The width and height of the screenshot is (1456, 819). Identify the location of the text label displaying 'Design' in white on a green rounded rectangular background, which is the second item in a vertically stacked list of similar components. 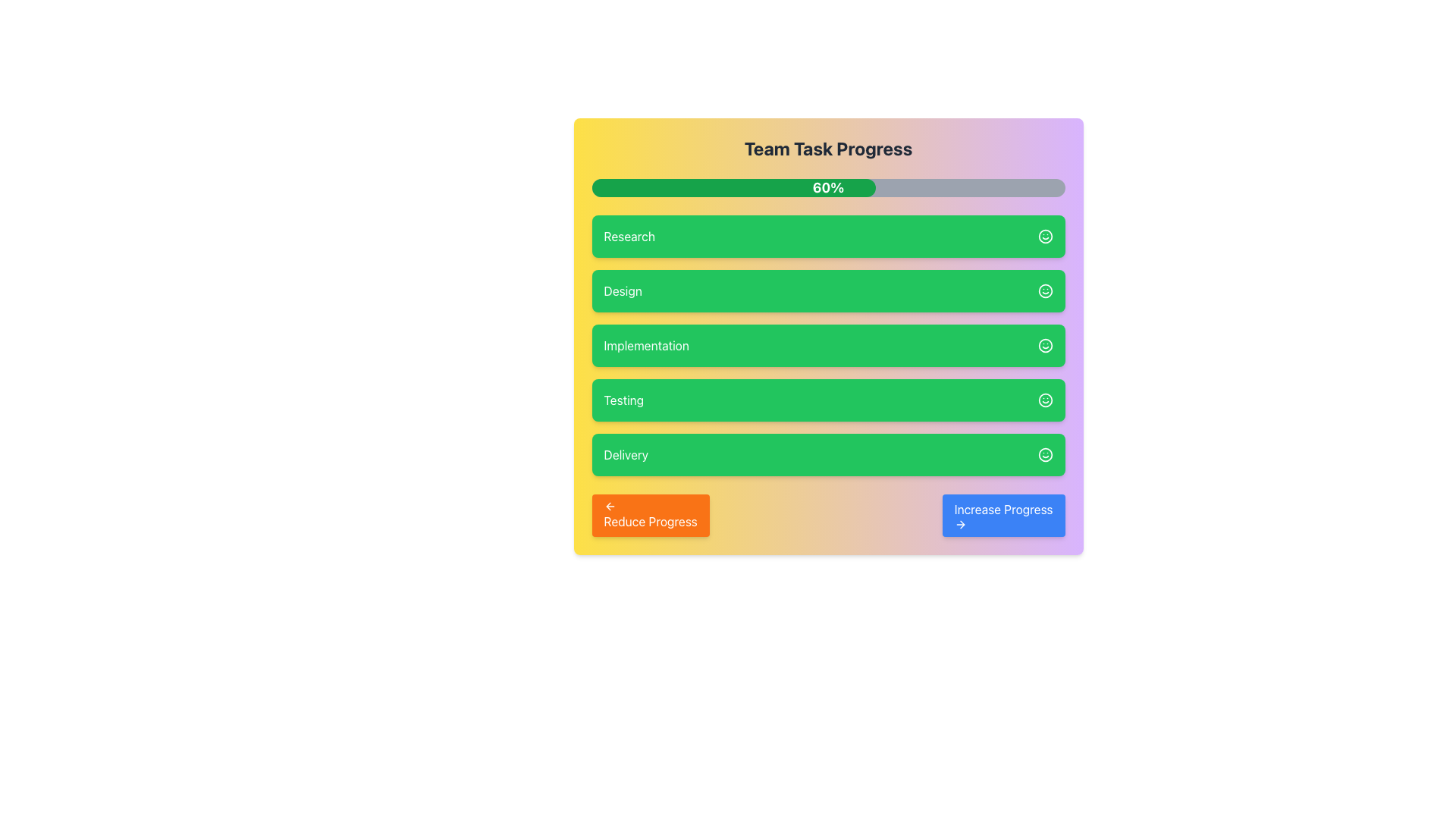
(623, 291).